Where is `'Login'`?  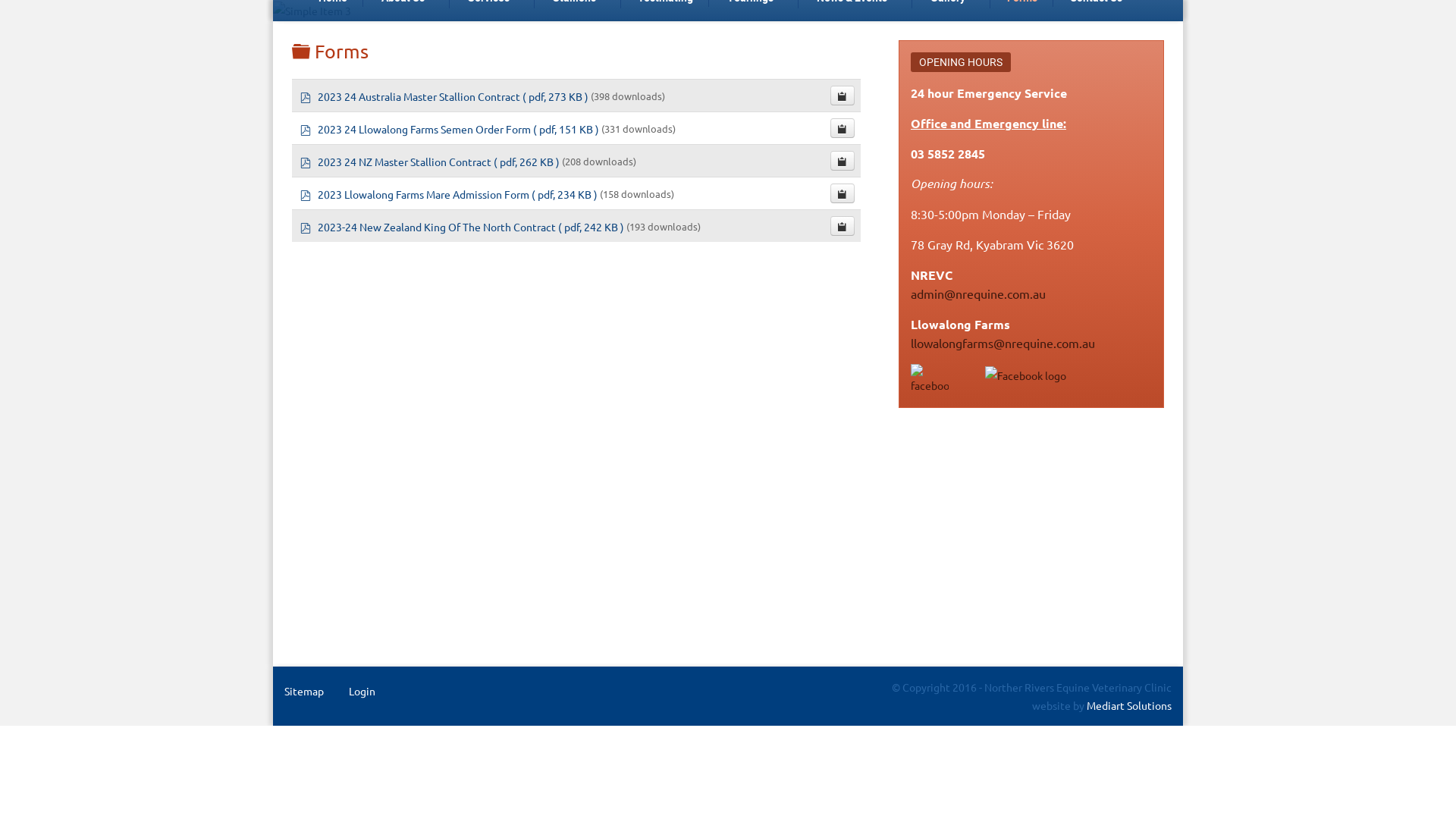
'Login' is located at coordinates (361, 690).